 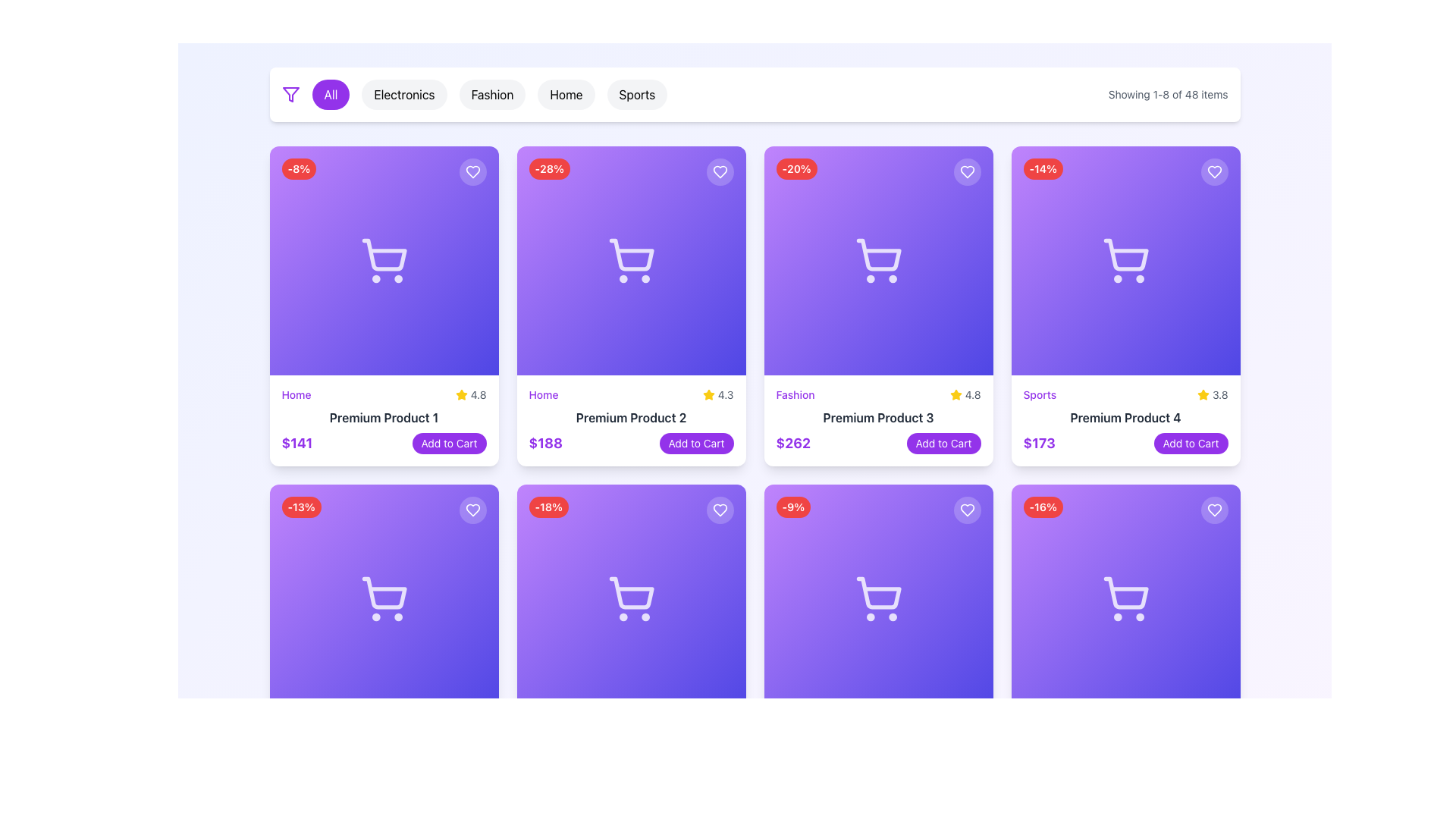 I want to click on product details from the product card located in the top-left corner of the grid layout, so click(x=384, y=306).